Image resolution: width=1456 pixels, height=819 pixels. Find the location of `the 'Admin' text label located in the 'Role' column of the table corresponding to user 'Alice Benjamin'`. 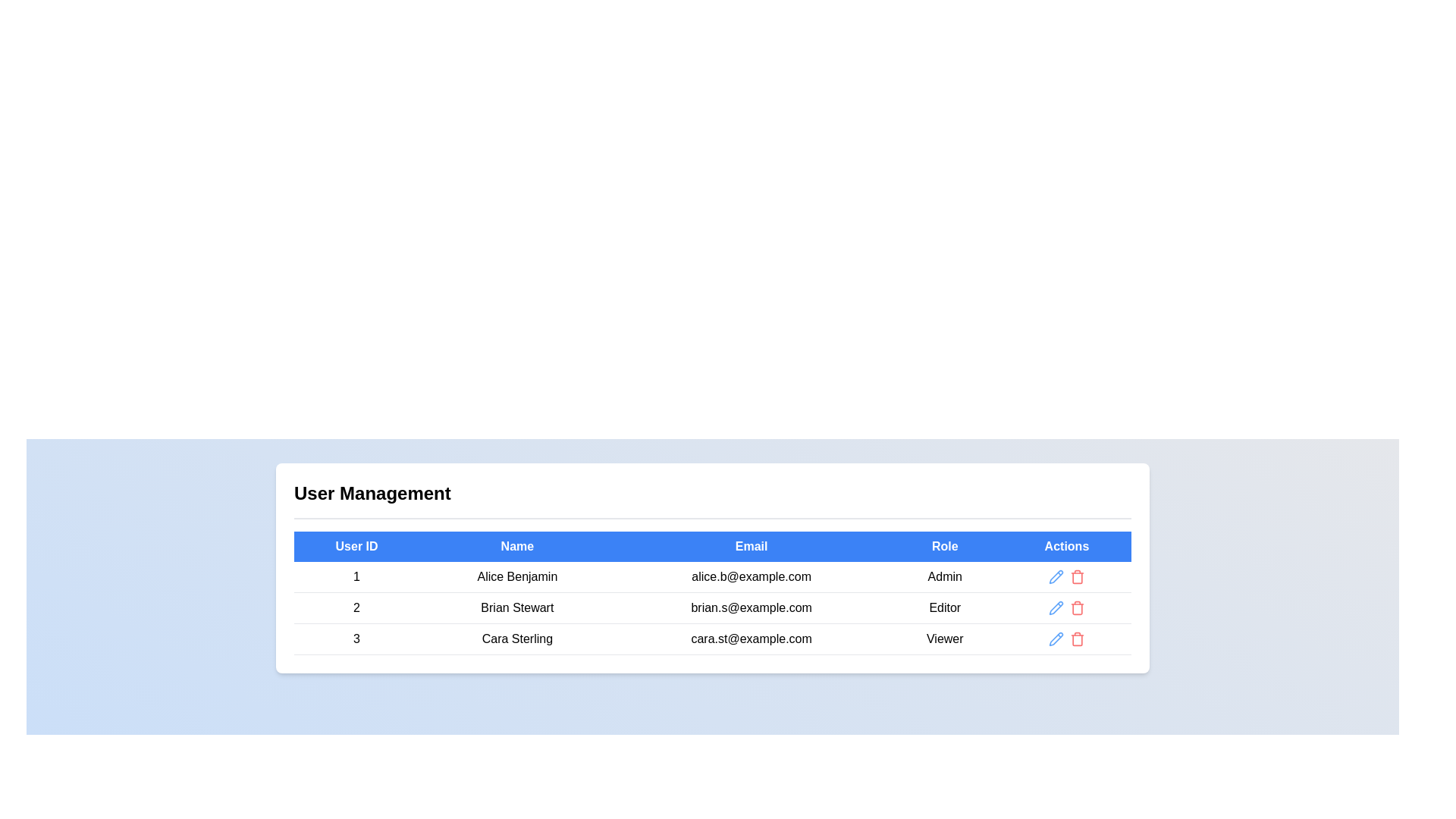

the 'Admin' text label located in the 'Role' column of the table corresponding to user 'Alice Benjamin' is located at coordinates (944, 577).